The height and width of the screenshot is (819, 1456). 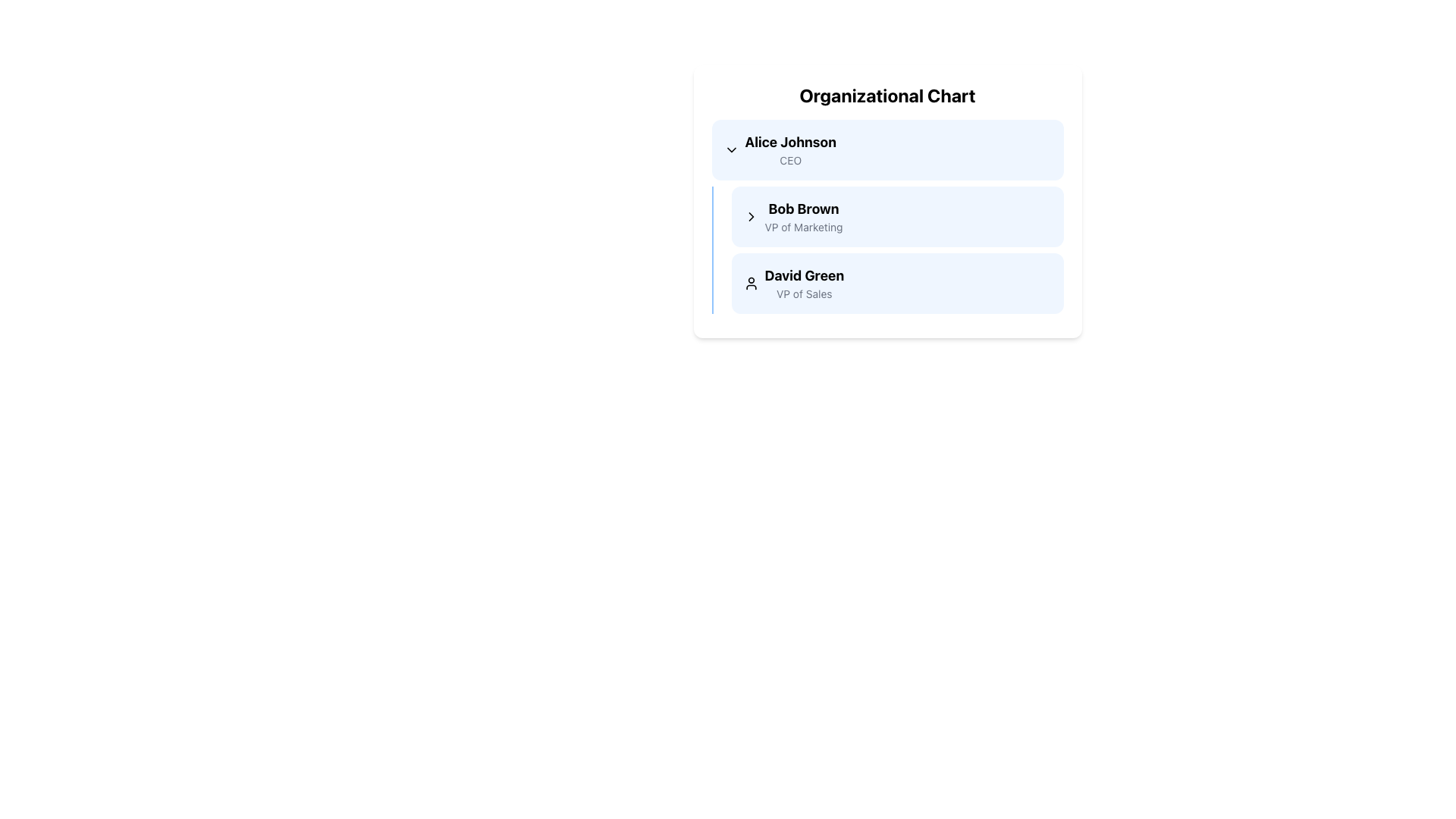 What do you see at coordinates (803, 209) in the screenshot?
I see `the bolded text 'Bob Brown' in the organizational chart, which is styled with a large font and is positioned beneath 'Alice Johnson' and above 'David Green'` at bounding box center [803, 209].